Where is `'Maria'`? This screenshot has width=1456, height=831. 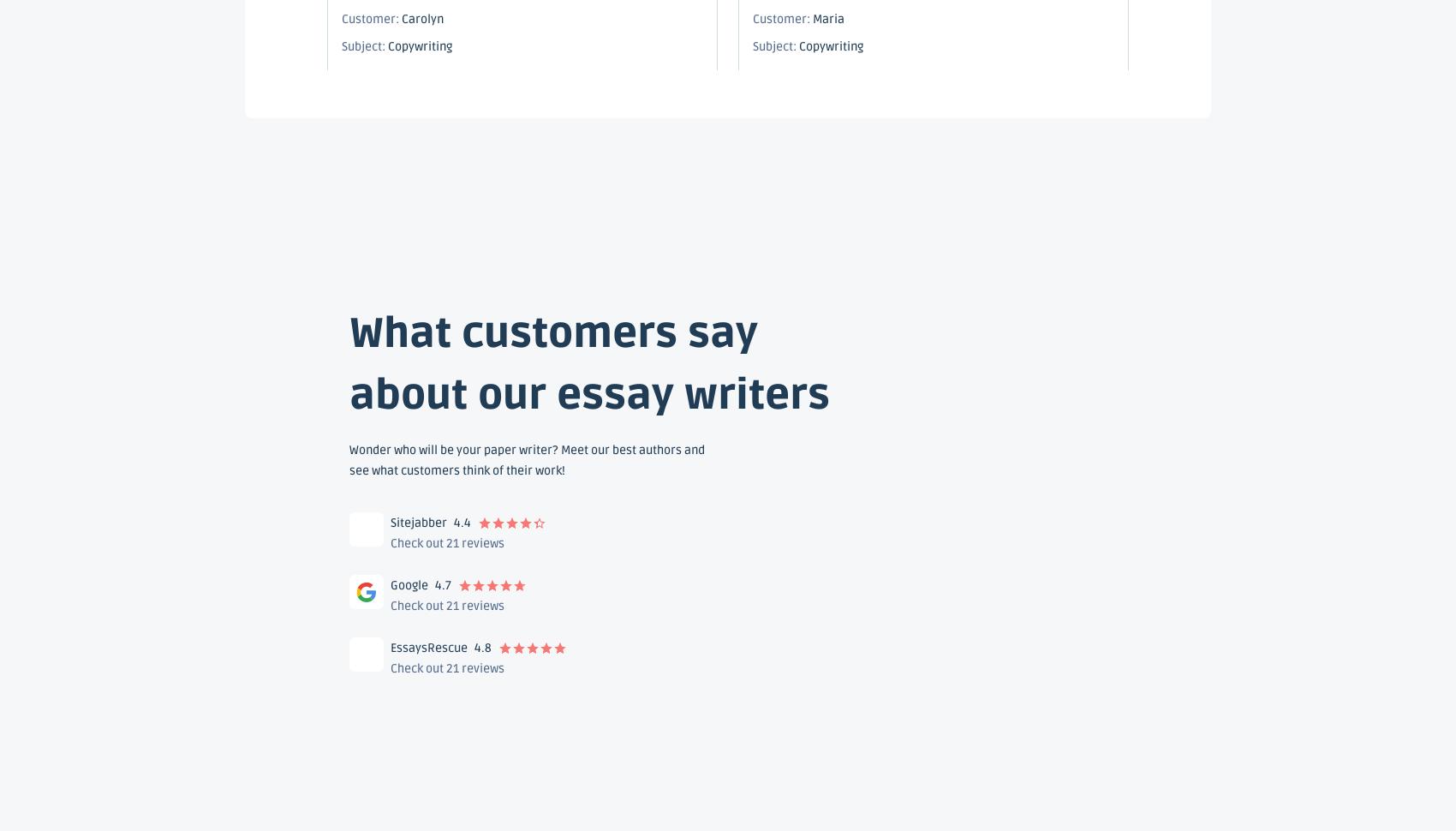 'Maria' is located at coordinates (827, 19).